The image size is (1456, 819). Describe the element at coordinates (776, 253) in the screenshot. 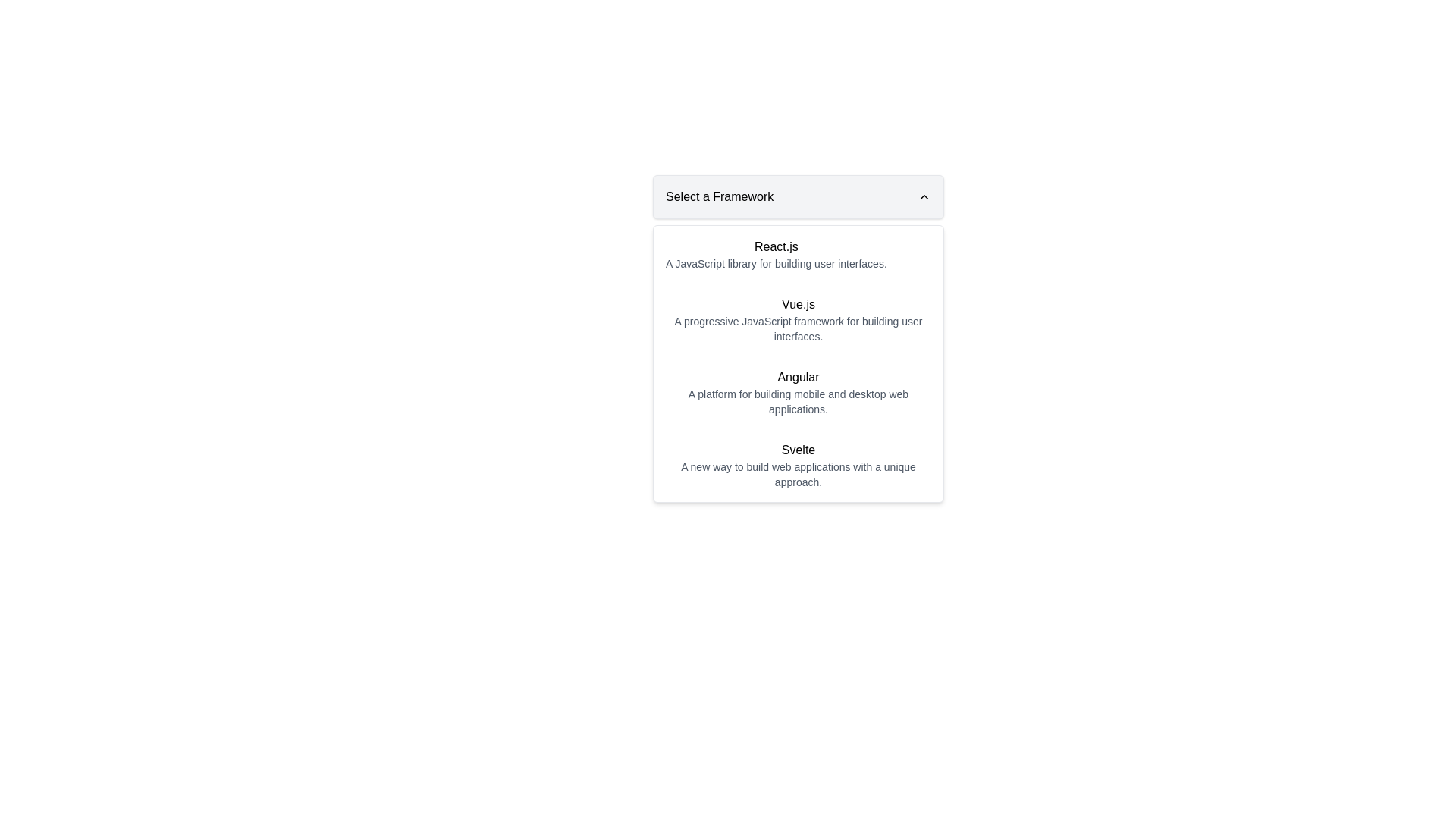

I see `the informational text label about the React.js framework, which is the first item in the vertical list of framework options under the 'Select a Framework' dropdown menu` at that location.